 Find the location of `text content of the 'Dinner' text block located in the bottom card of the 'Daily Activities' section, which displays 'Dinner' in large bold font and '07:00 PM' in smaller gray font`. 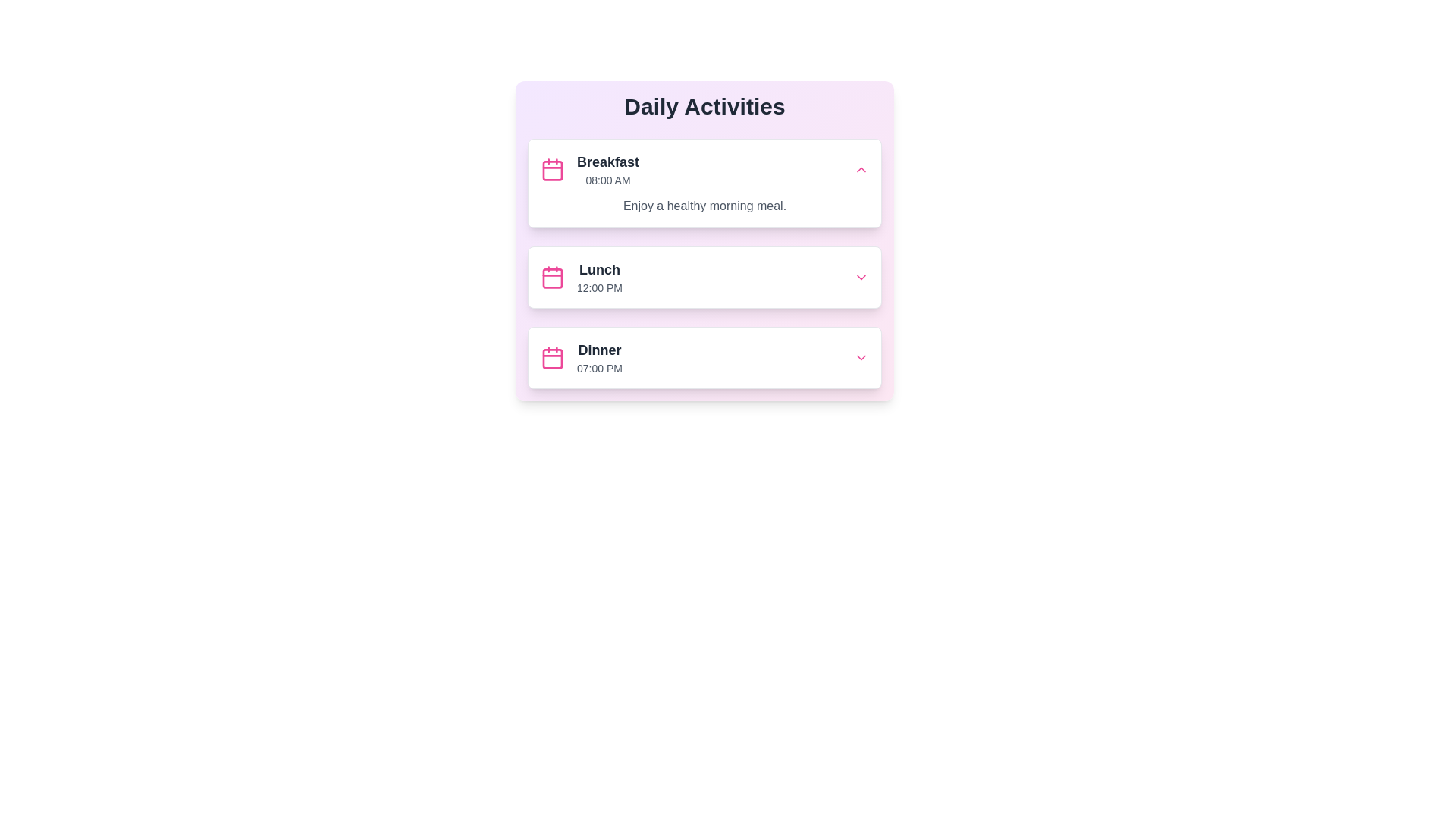

text content of the 'Dinner' text block located in the bottom card of the 'Daily Activities' section, which displays 'Dinner' in large bold font and '07:00 PM' in smaller gray font is located at coordinates (599, 357).